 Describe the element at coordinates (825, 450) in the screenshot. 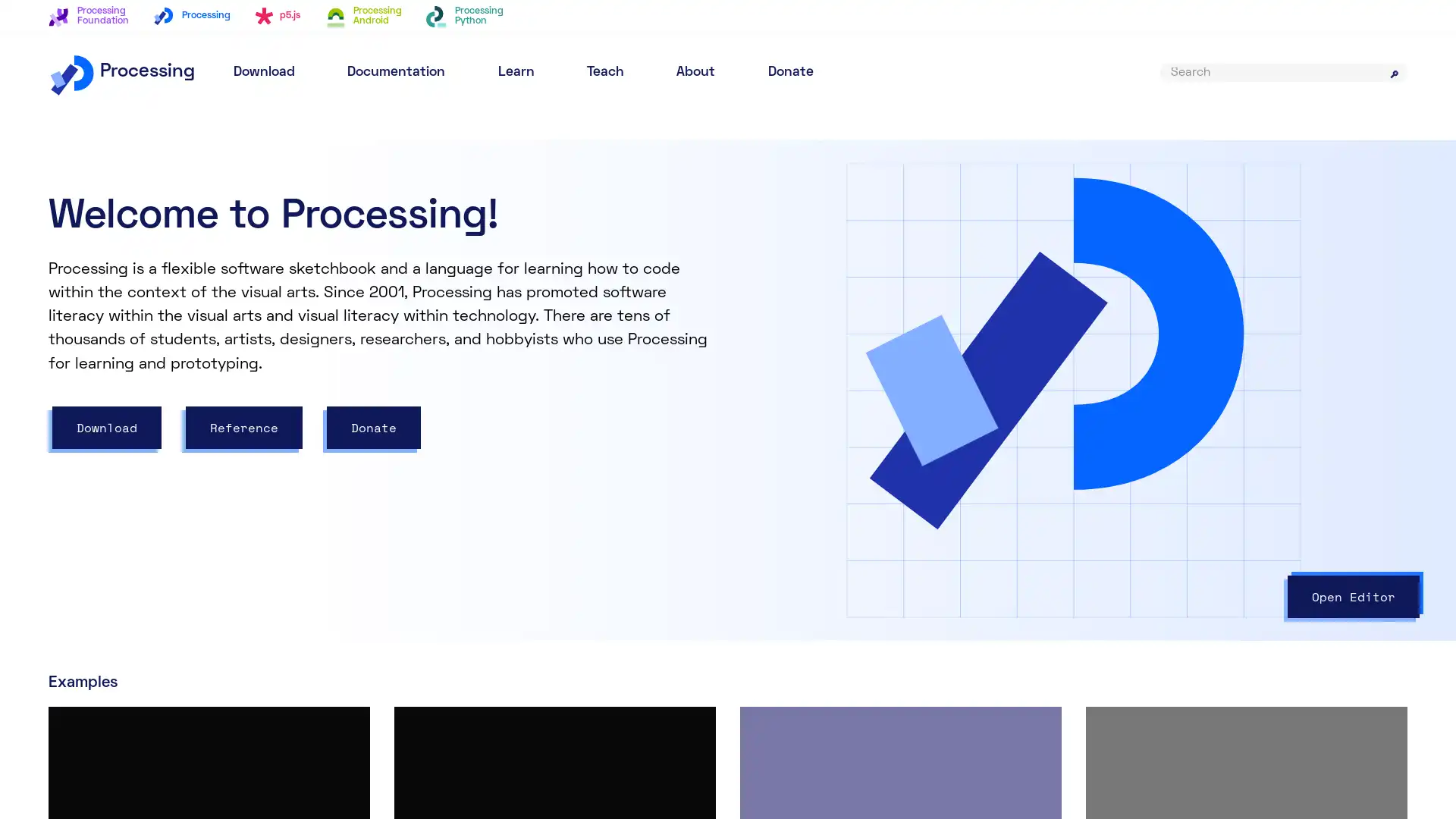

I see `change position` at that location.